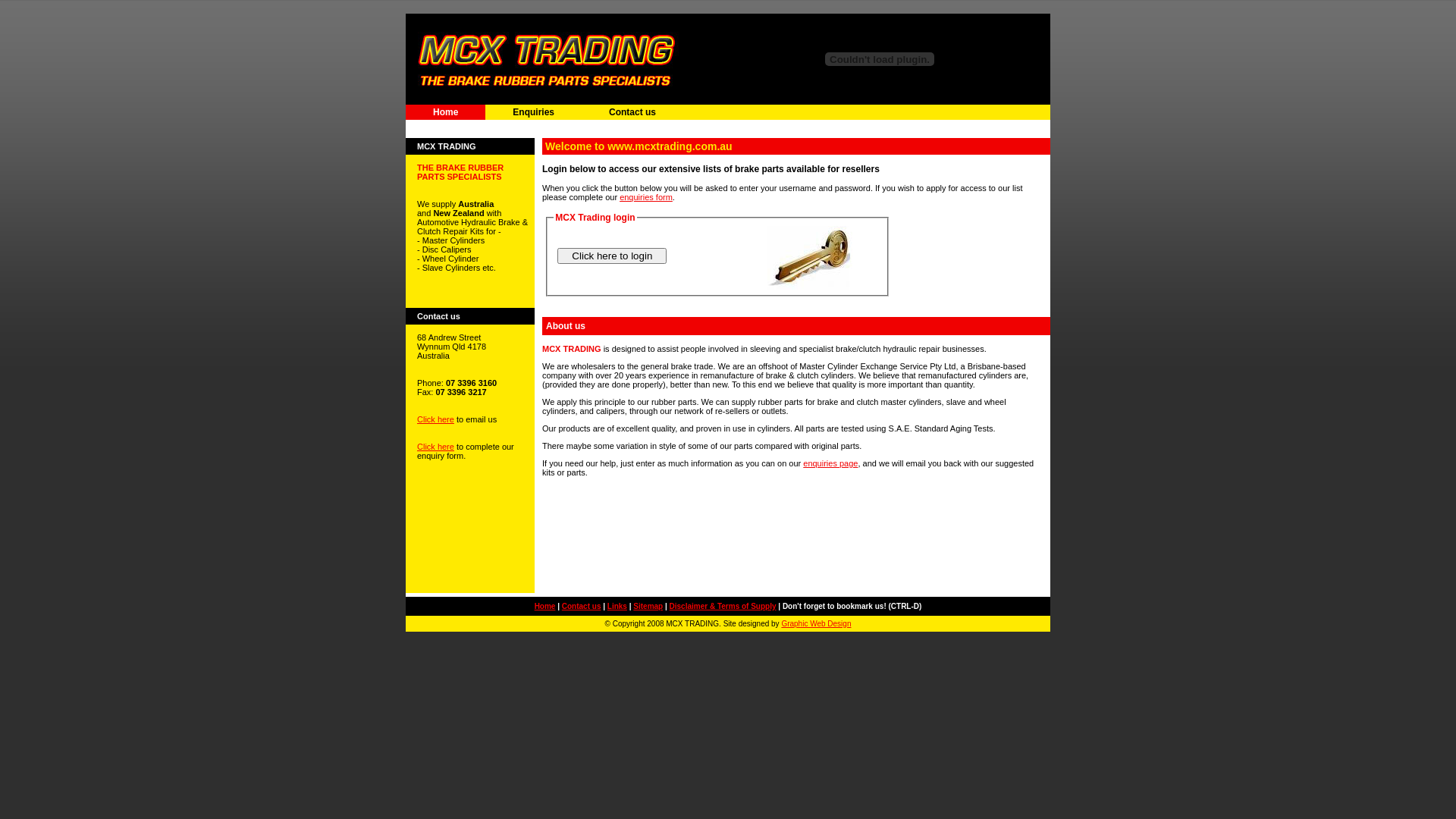  Describe the element at coordinates (556, 255) in the screenshot. I see `'   Click here to login   '` at that location.